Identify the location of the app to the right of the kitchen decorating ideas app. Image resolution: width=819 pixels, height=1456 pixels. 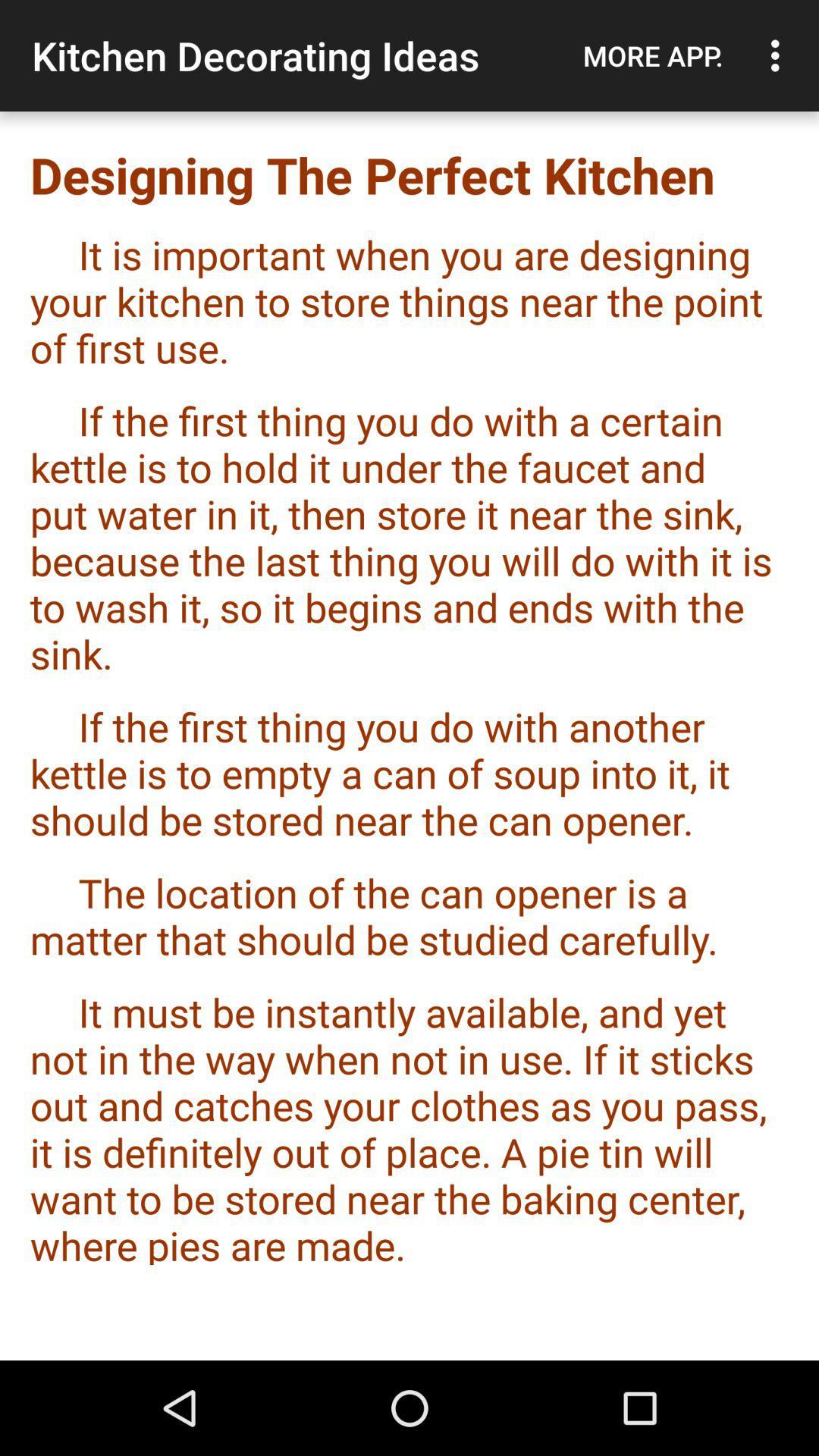
(652, 55).